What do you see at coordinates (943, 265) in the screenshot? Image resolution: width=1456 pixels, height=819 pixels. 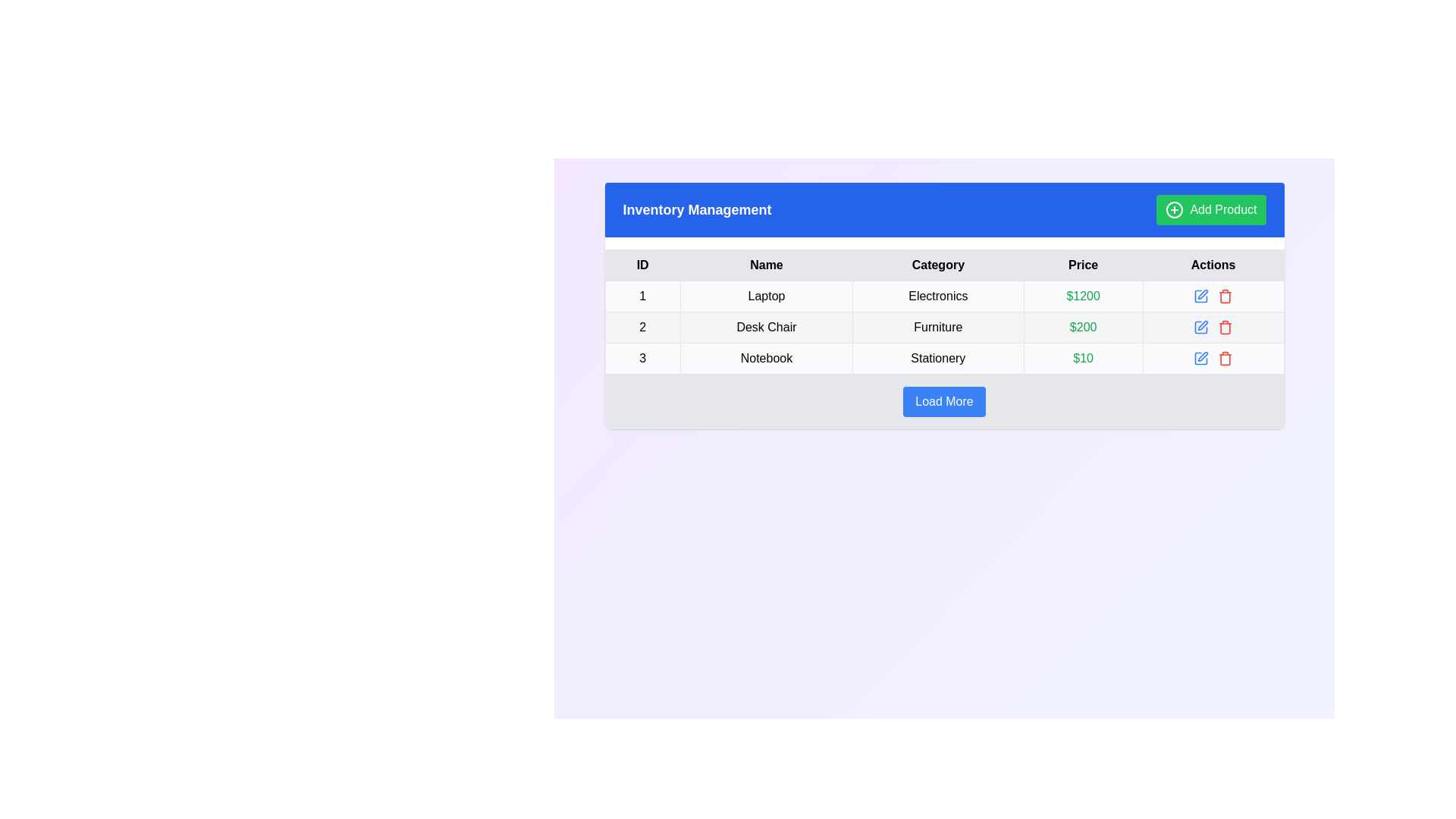 I see `the Table Header Row, which is located directly beneath the 'Inventory Management' title and spans the entire width of the table` at bounding box center [943, 265].